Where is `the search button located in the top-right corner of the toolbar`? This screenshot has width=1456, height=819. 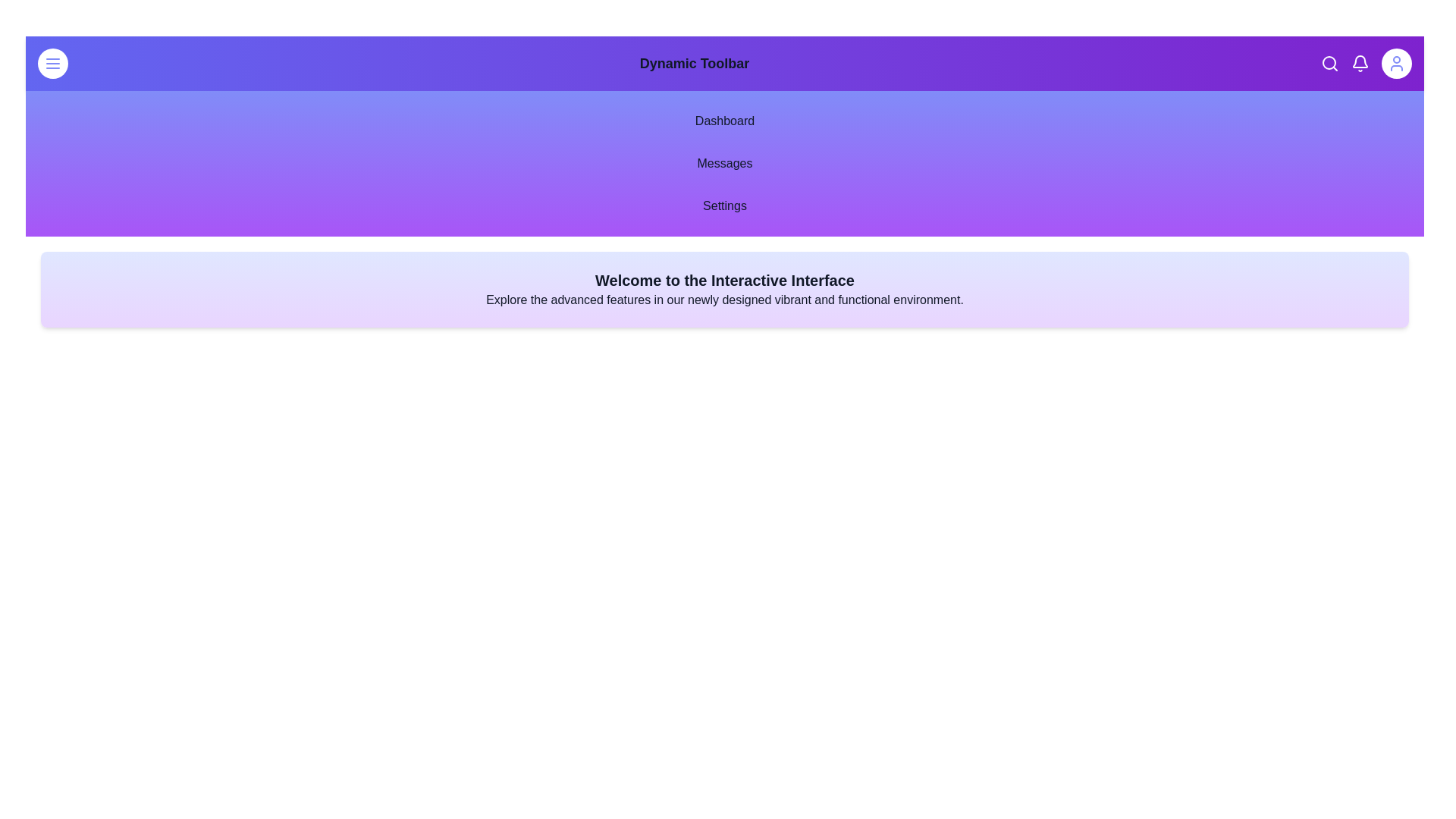
the search button located in the top-right corner of the toolbar is located at coordinates (1329, 63).